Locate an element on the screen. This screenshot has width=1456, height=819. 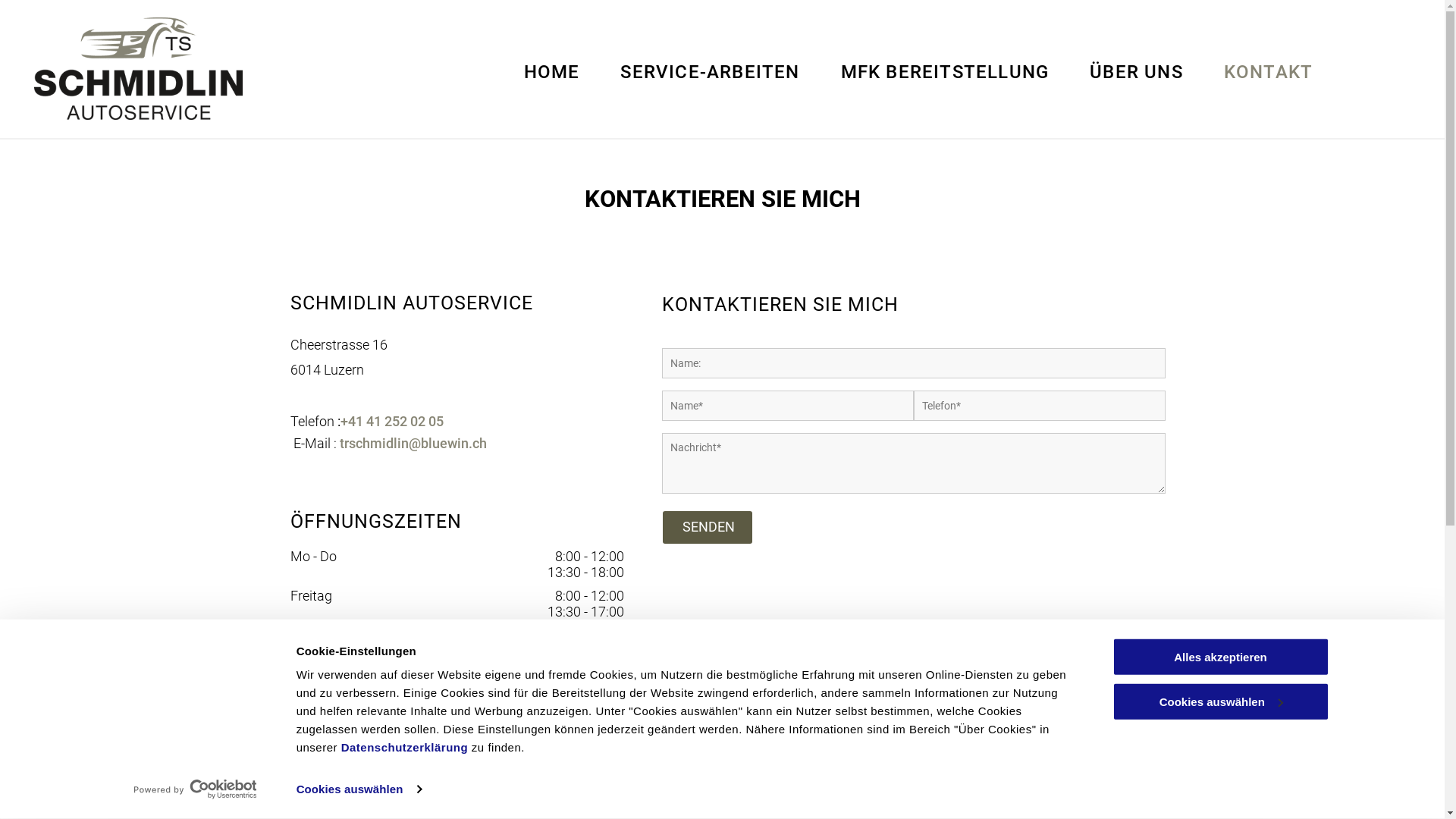
'KONTAKT' is located at coordinates (1268, 72).